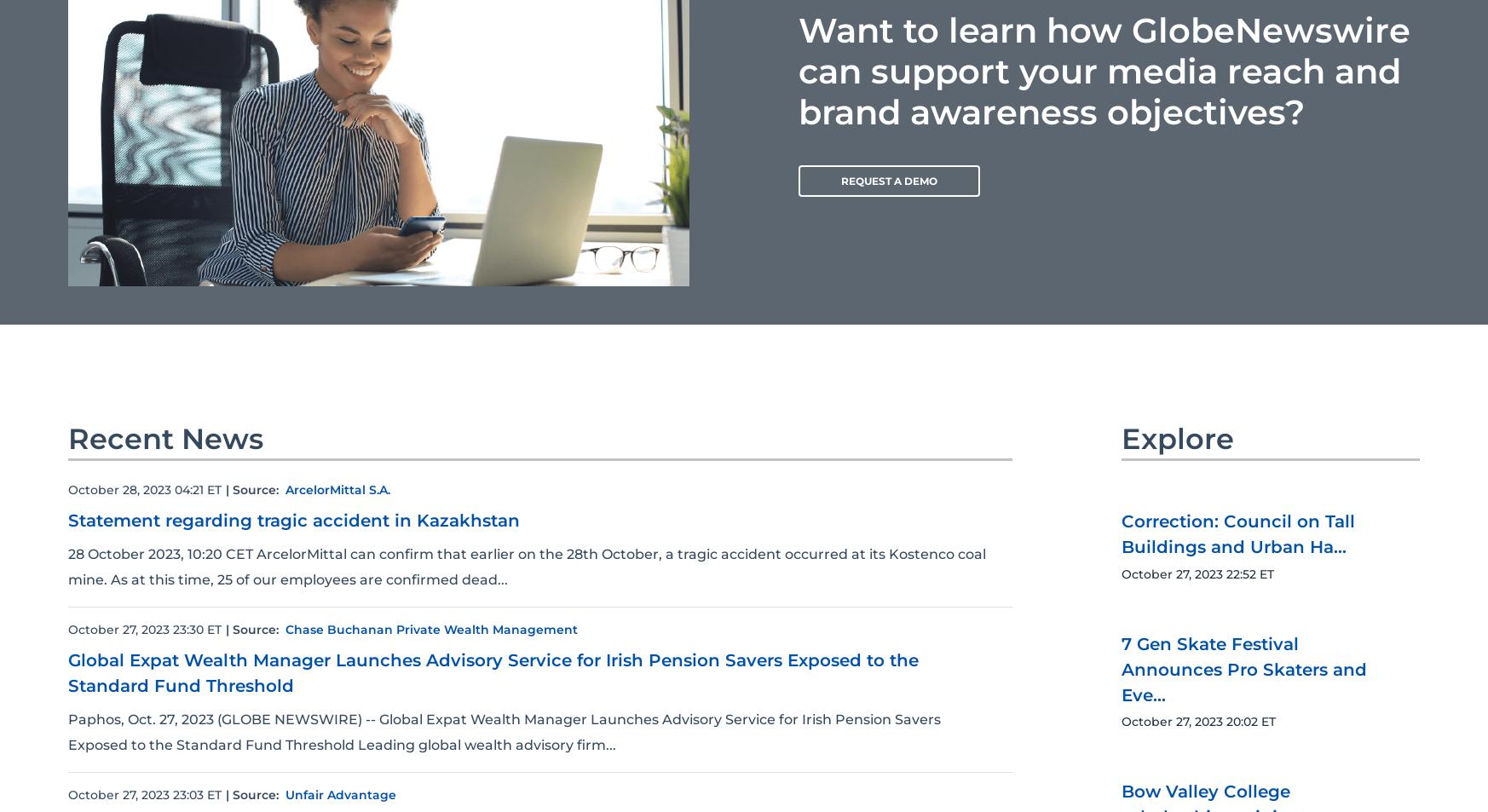 This screenshot has width=1488, height=812. I want to click on 'Explore', so click(1177, 437).